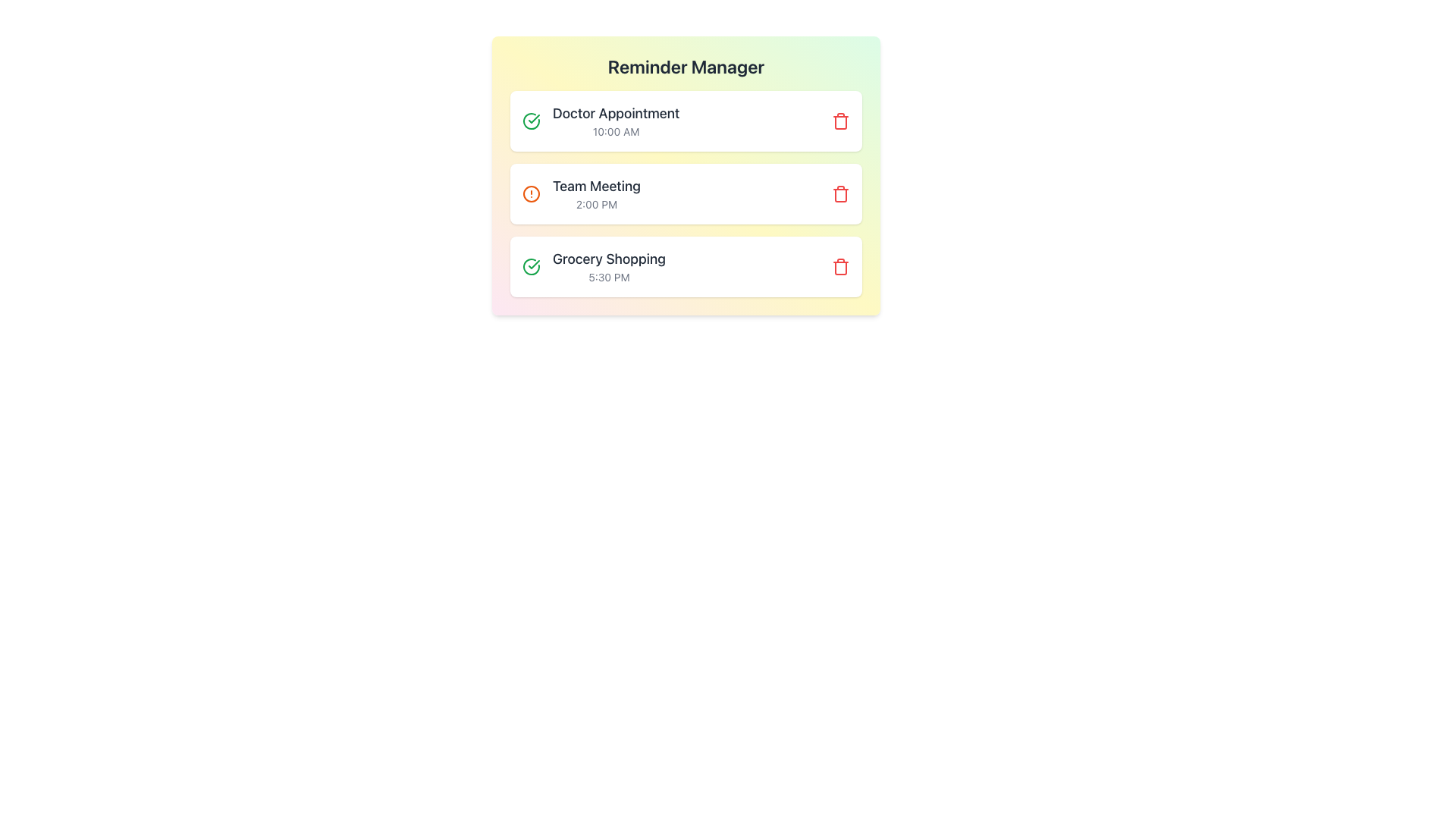 The width and height of the screenshot is (1456, 819). What do you see at coordinates (531, 120) in the screenshot?
I see `the status indicator icon located to the left of the 'Doctor Appointment' text in the top reminder entry of the 'Reminder Manager' list` at bounding box center [531, 120].